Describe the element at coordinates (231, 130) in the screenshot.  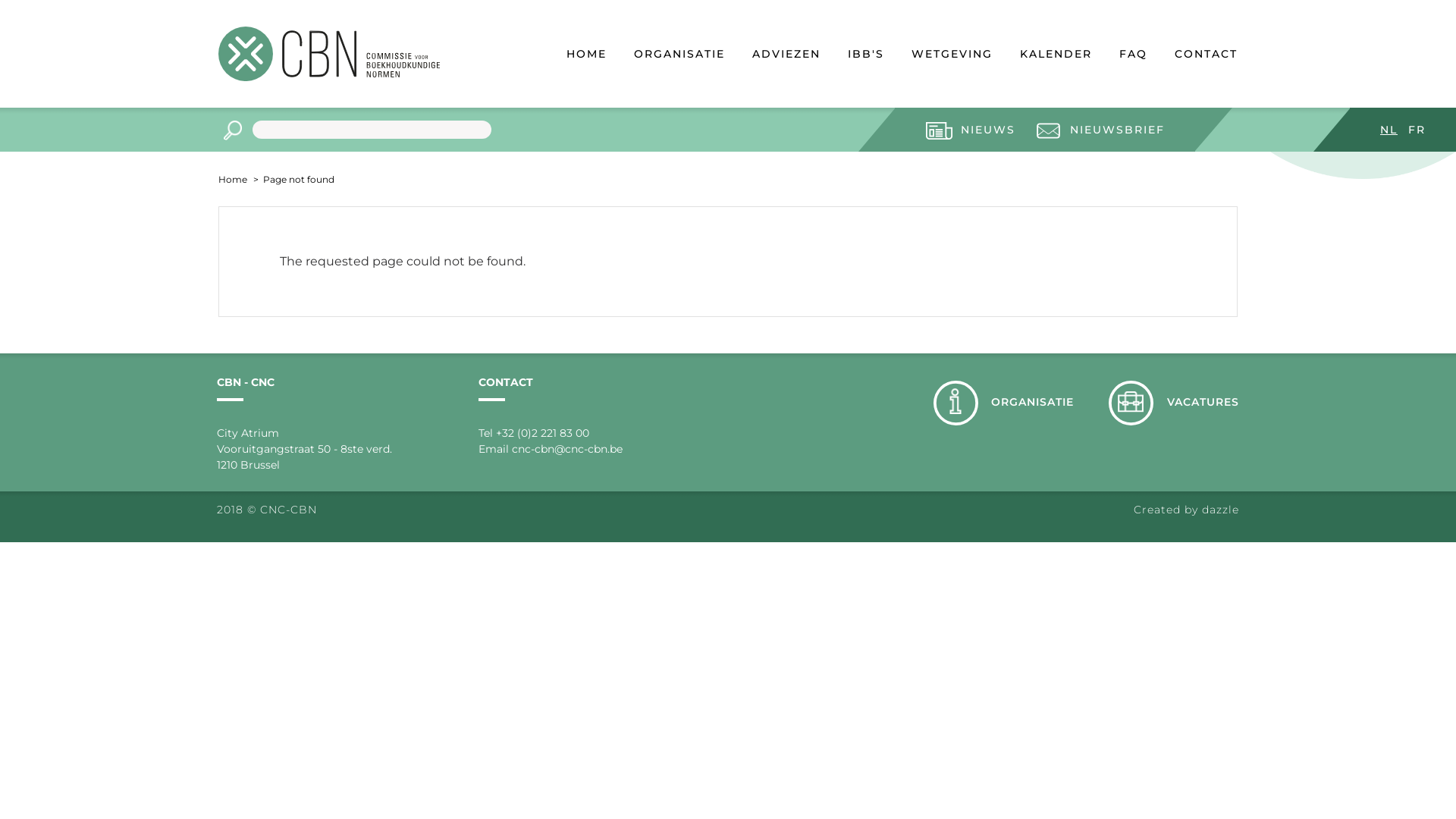
I see `'Apply'` at that location.